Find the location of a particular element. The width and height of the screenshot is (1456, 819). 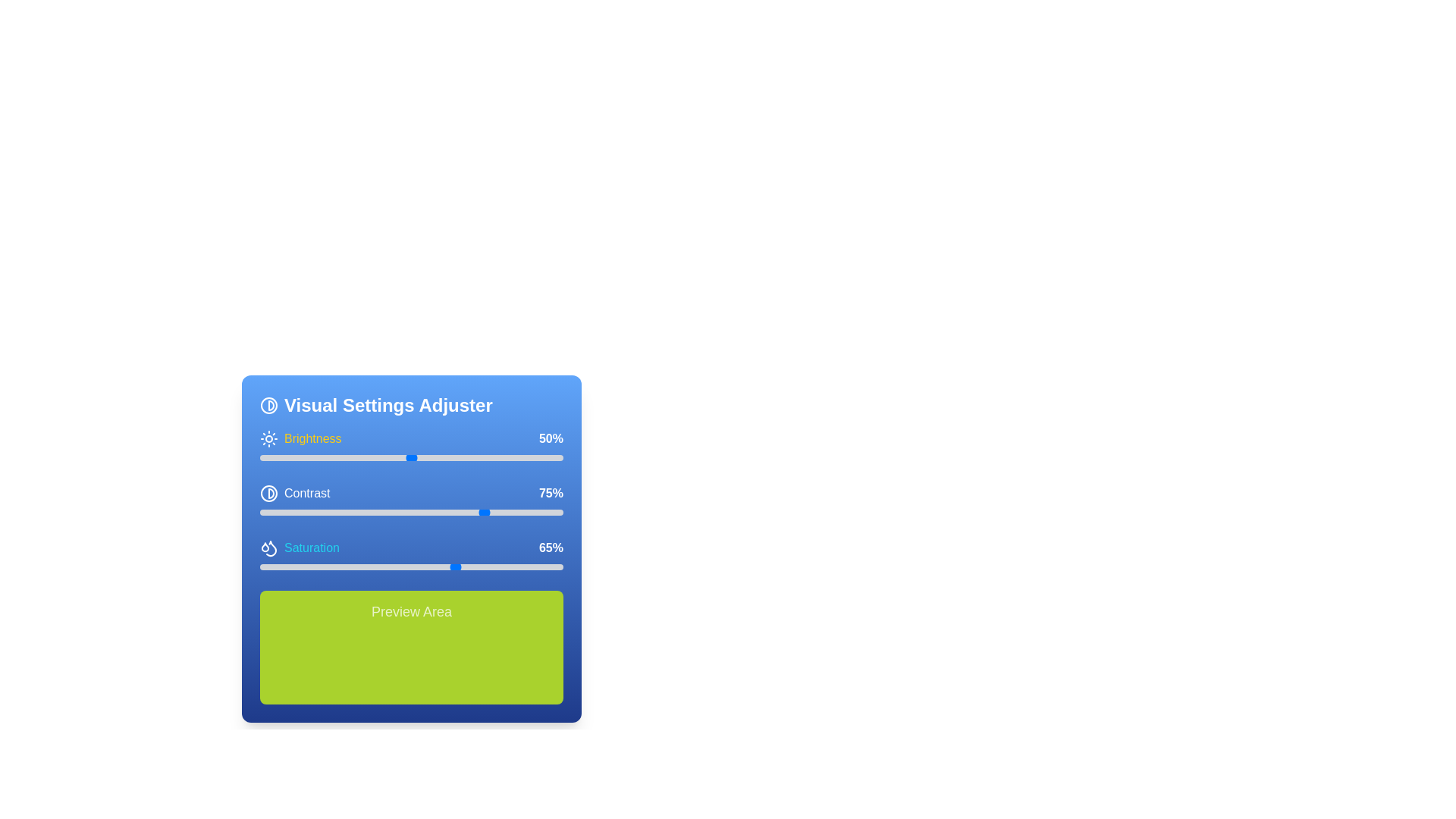

the sliders within the 'Brightness50% Contrast75% Saturation65%' text group to adjust the visual settings is located at coordinates (411, 503).